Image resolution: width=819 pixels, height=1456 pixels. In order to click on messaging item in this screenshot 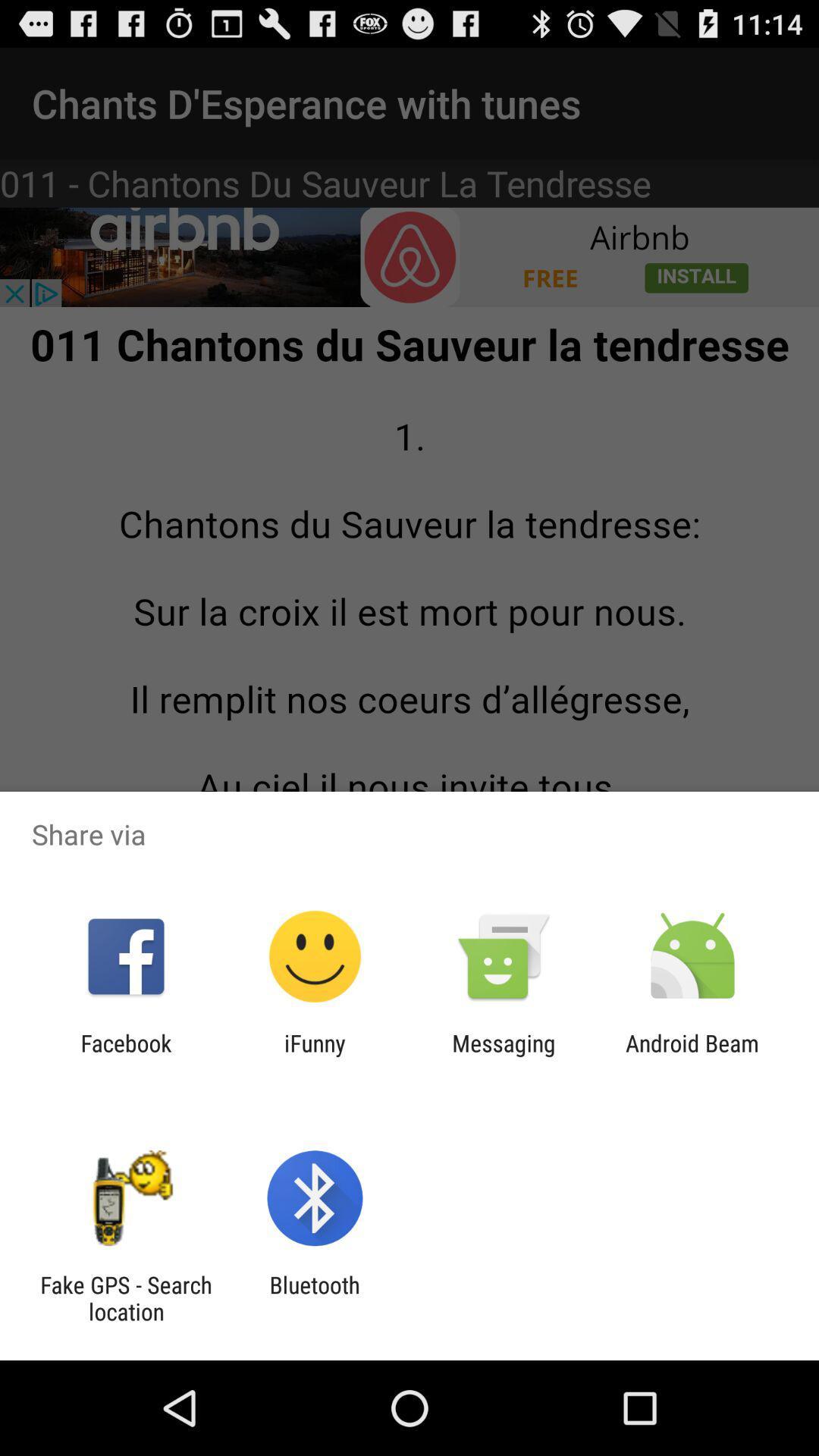, I will do `click(504, 1056)`.